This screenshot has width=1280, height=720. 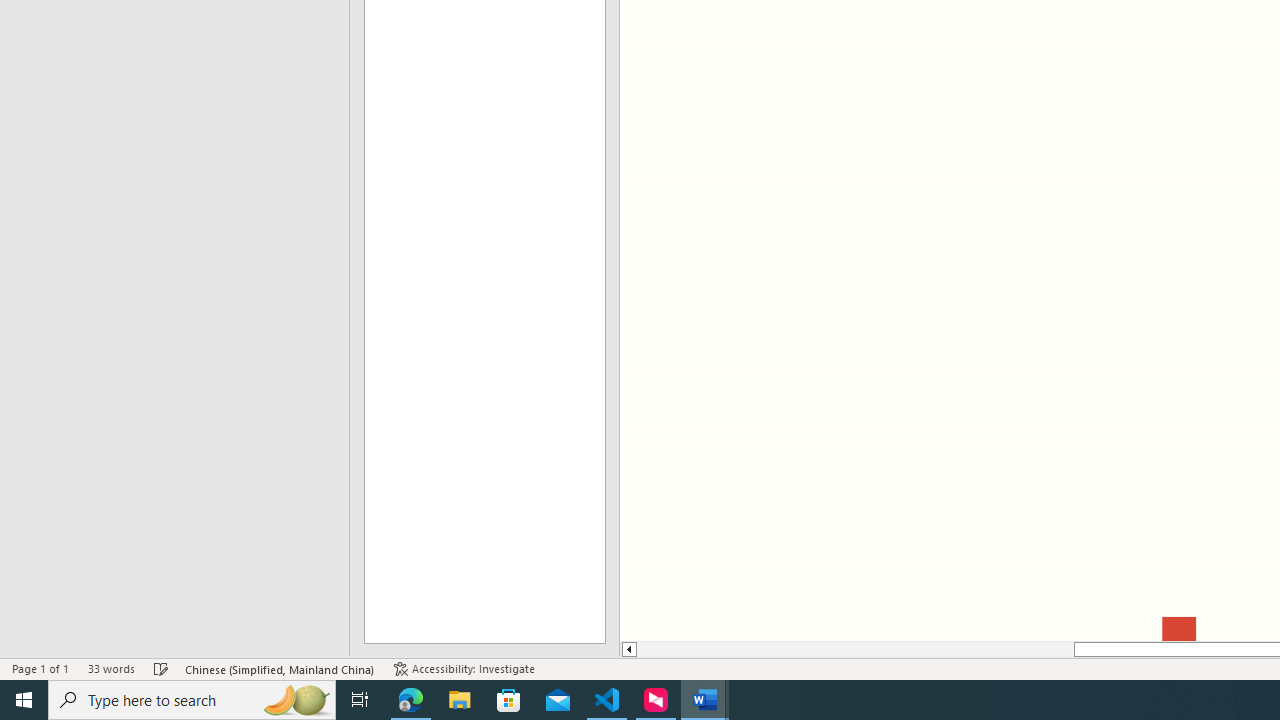 I want to click on 'Page Number Page 1 of 1', so click(x=40, y=669).